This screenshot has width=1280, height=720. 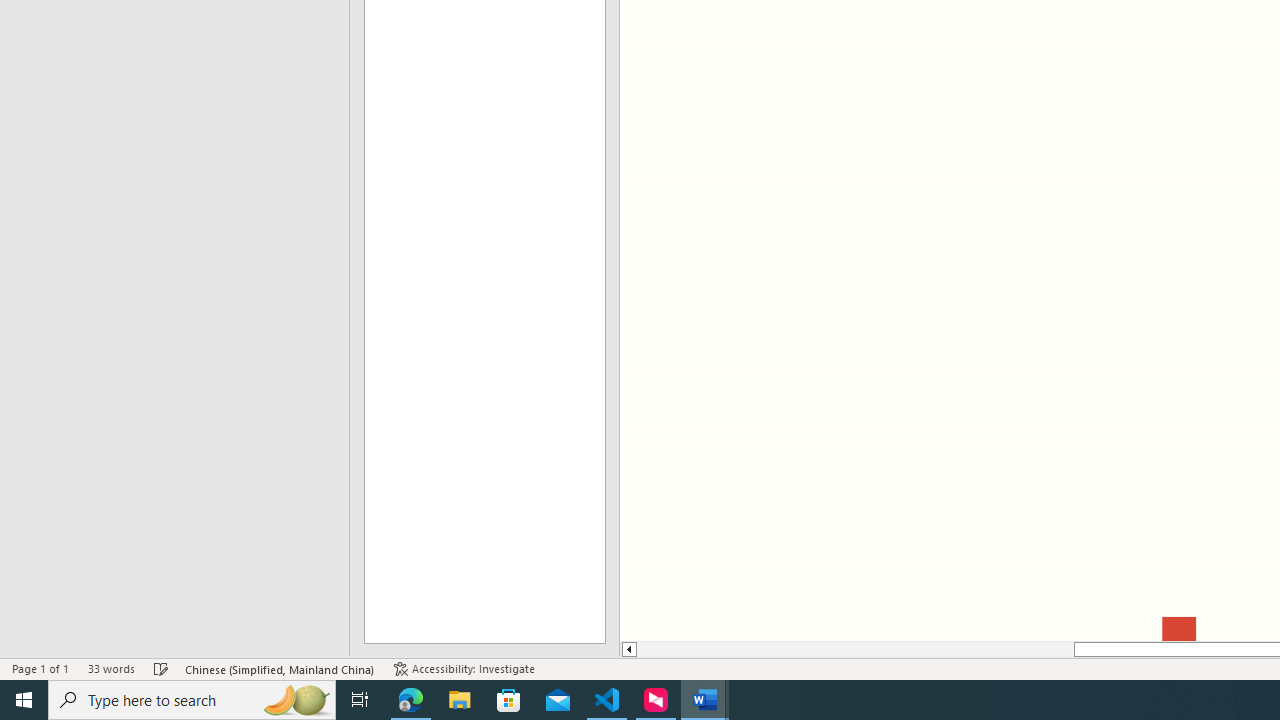 I want to click on 'Page Number Page 1 of 1', so click(x=40, y=669).